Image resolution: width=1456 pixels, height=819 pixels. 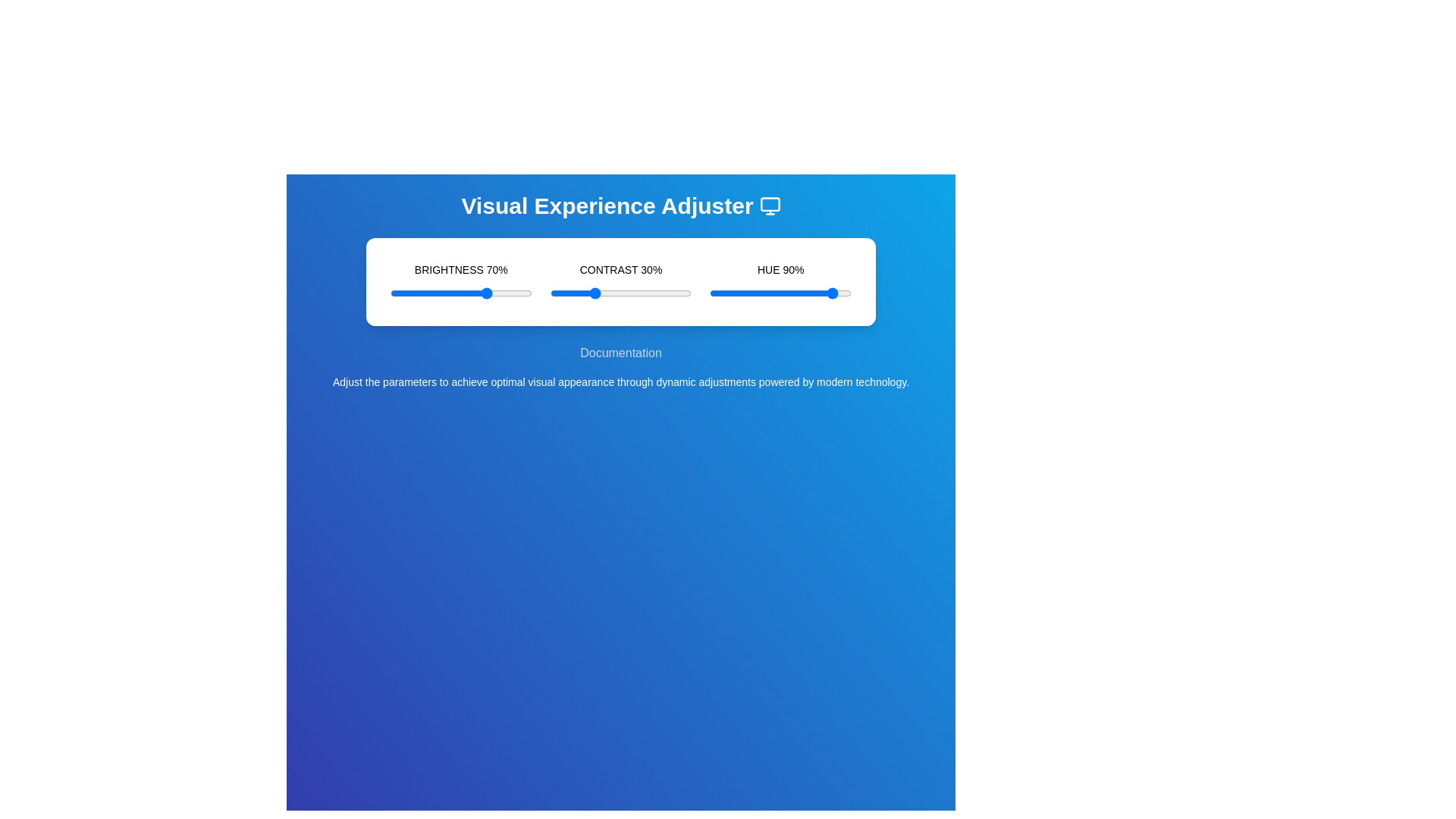 What do you see at coordinates (583, 293) in the screenshot?
I see `the contrast slider to set the contrast level to 24` at bounding box center [583, 293].